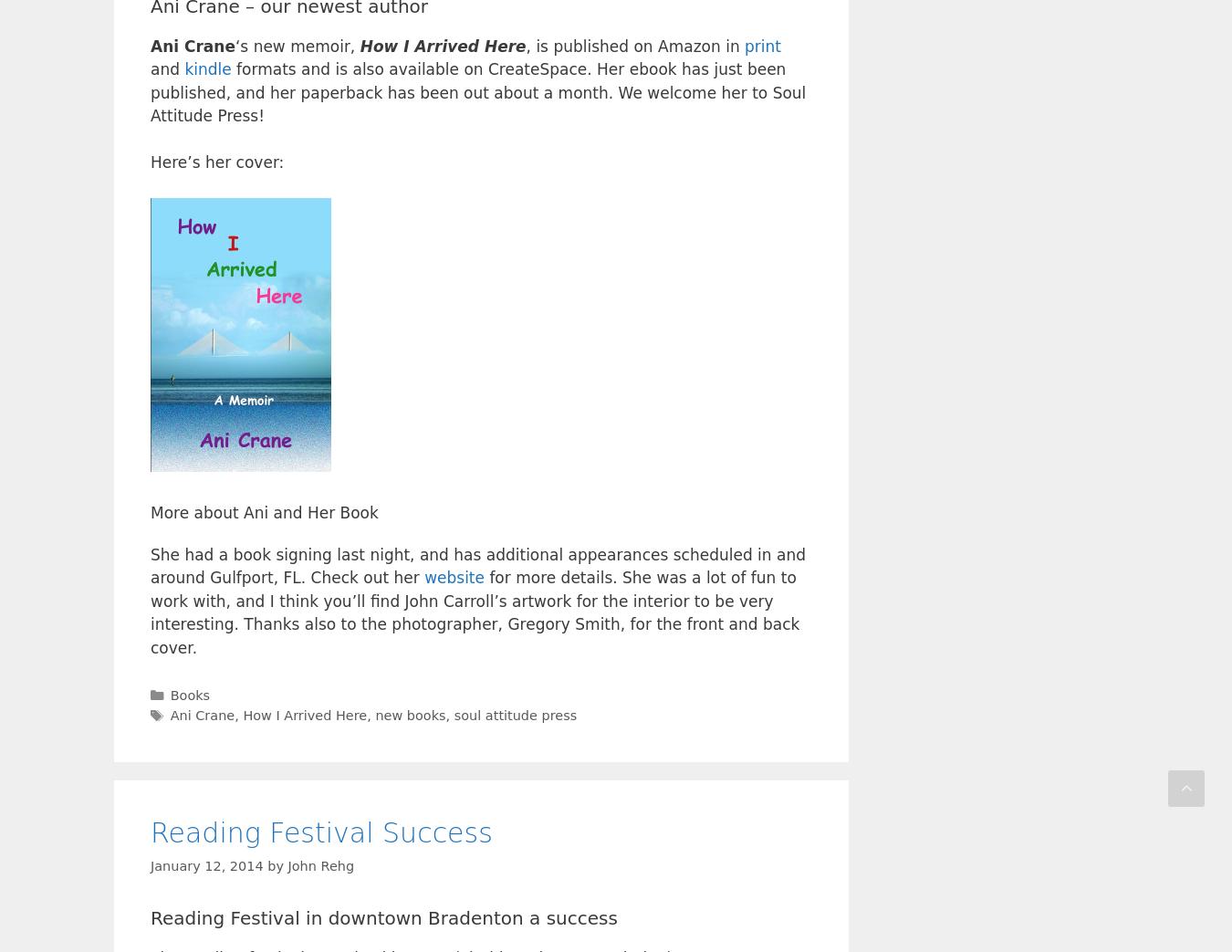  What do you see at coordinates (263, 512) in the screenshot?
I see `'More about Ani and Her Book'` at bounding box center [263, 512].